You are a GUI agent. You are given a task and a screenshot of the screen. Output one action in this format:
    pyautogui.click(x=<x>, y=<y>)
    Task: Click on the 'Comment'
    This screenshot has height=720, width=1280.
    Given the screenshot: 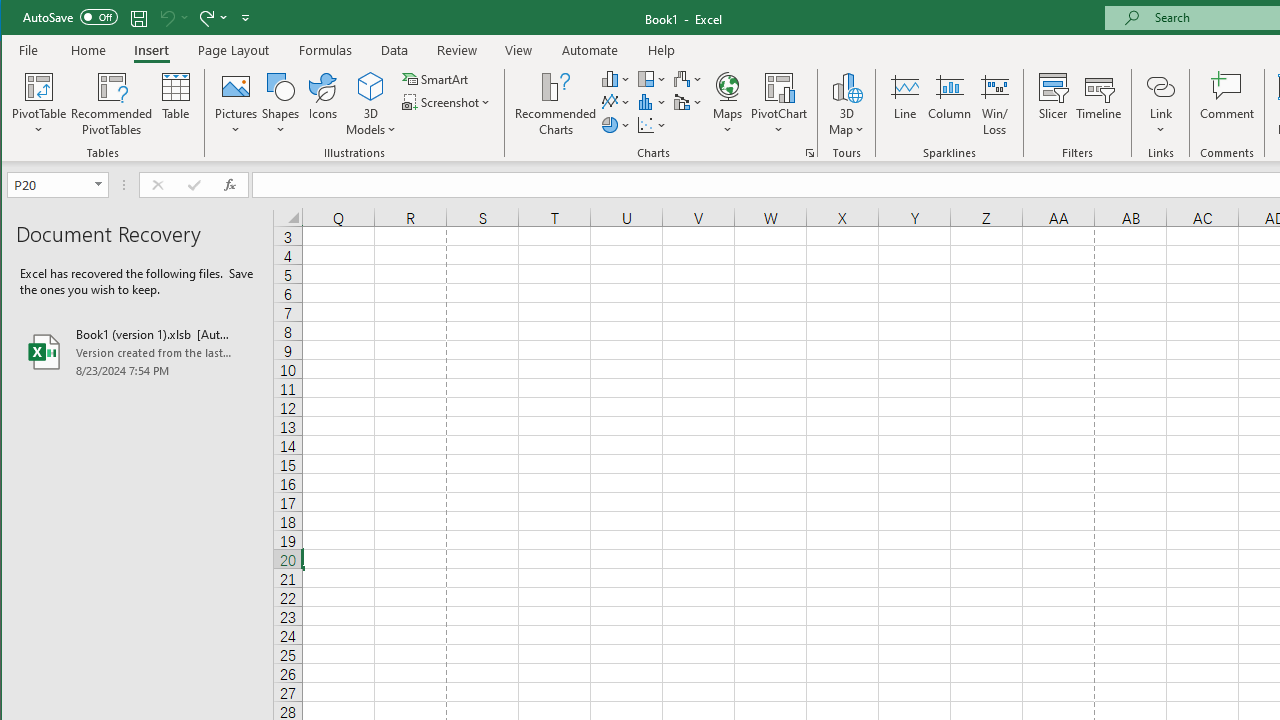 What is the action you would take?
    pyautogui.click(x=1226, y=104)
    